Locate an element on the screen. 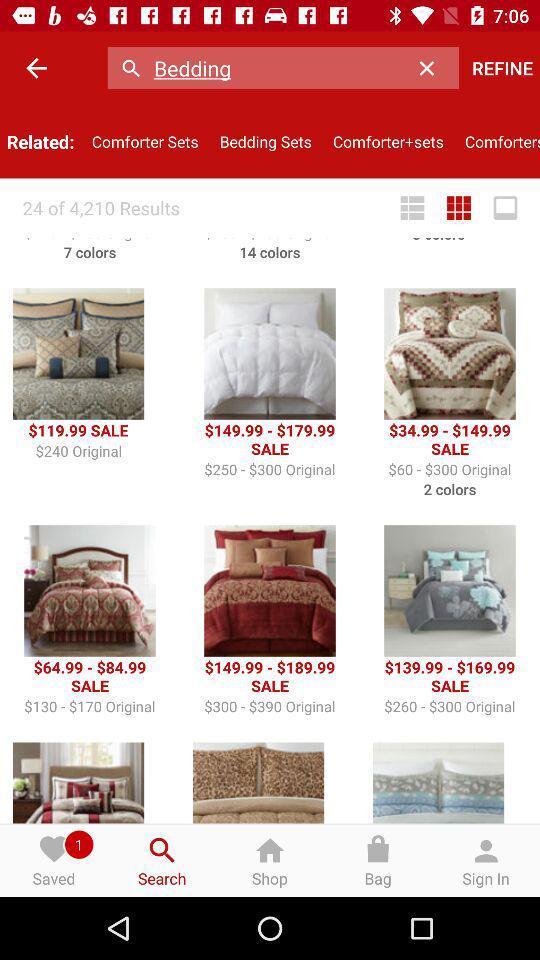 The image size is (540, 960). the comforters is located at coordinates (496, 140).